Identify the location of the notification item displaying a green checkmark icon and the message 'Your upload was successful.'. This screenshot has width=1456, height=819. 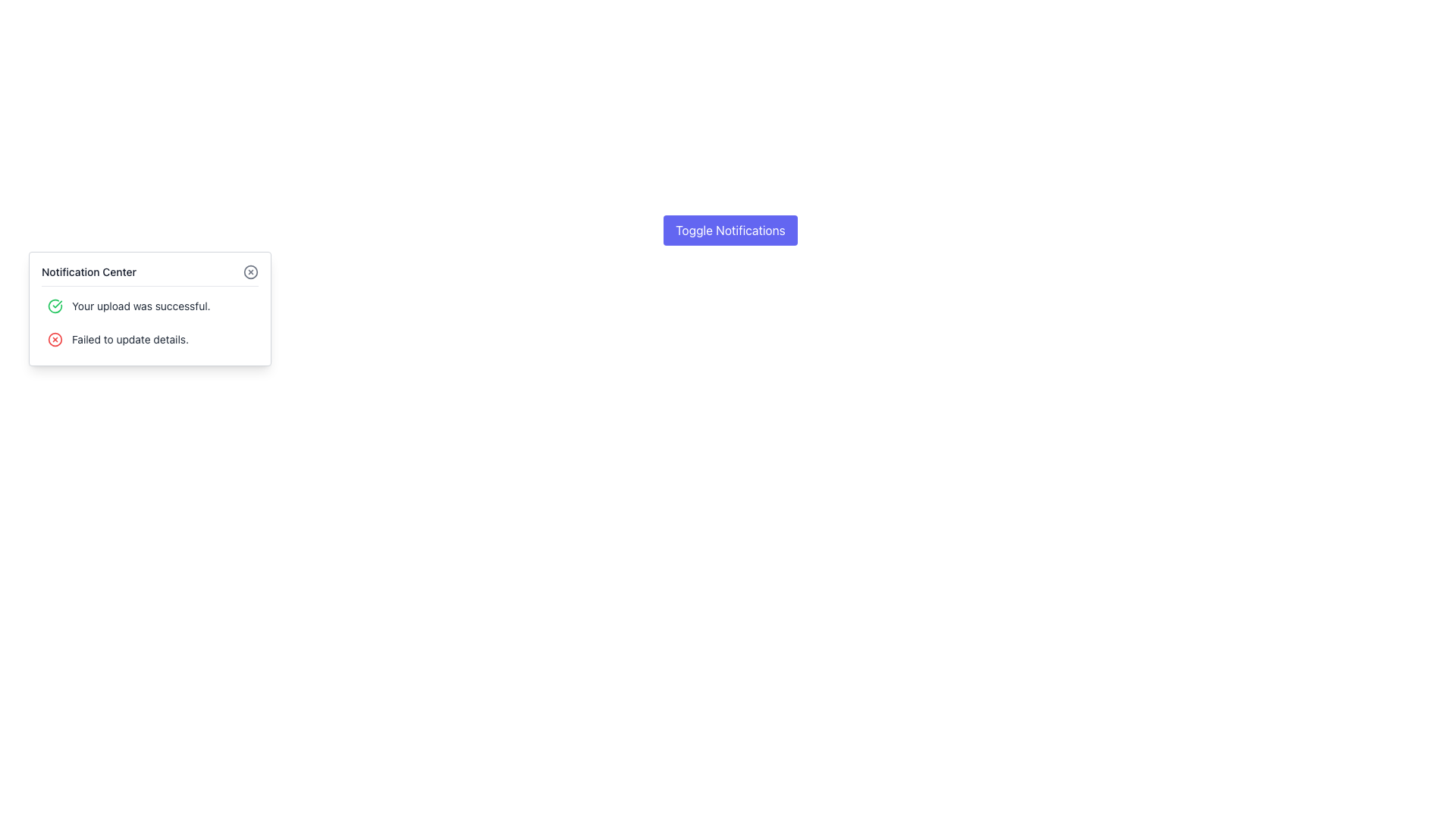
(149, 306).